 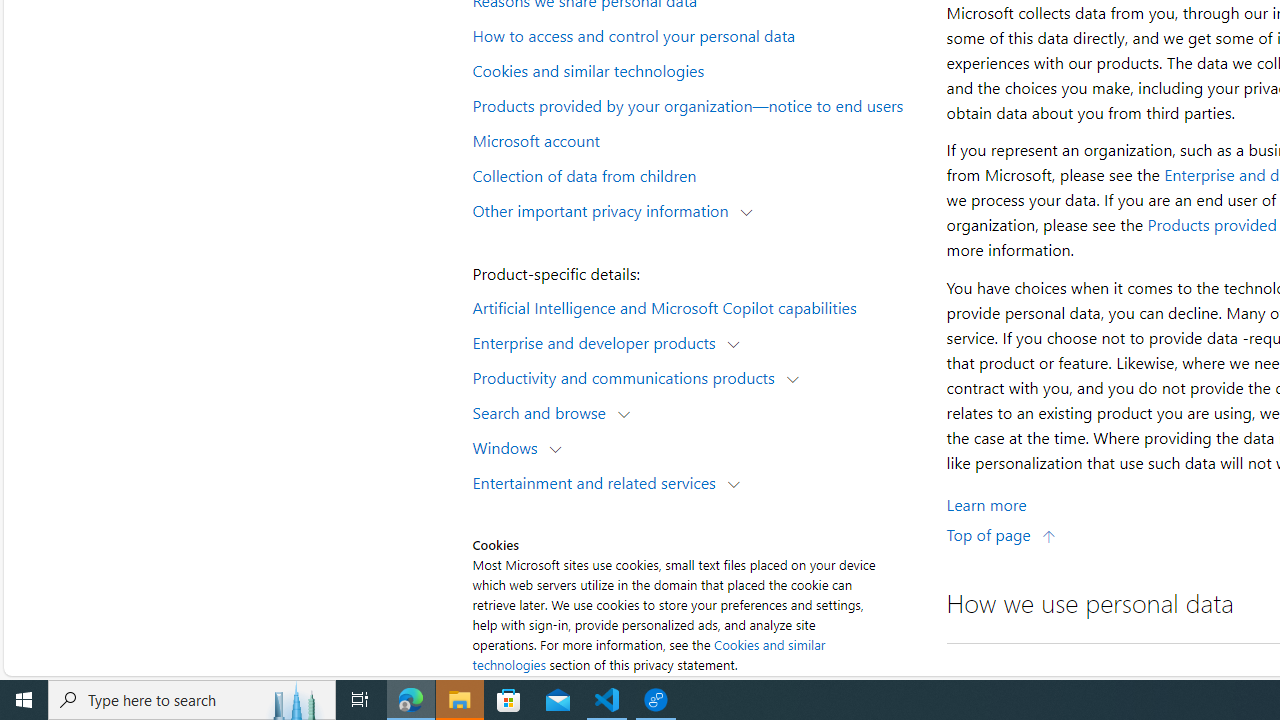 What do you see at coordinates (696, 138) in the screenshot?
I see `'Microsoft account'` at bounding box center [696, 138].